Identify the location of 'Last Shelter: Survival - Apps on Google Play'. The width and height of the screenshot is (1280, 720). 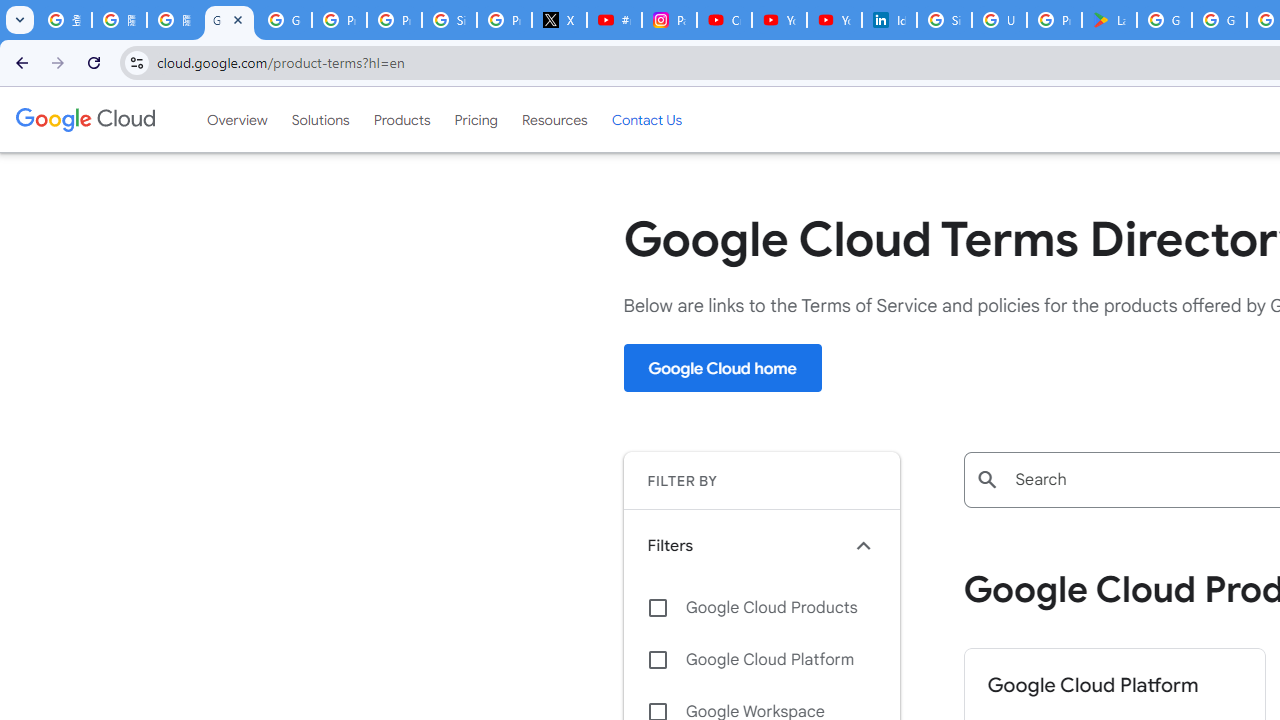
(1108, 20).